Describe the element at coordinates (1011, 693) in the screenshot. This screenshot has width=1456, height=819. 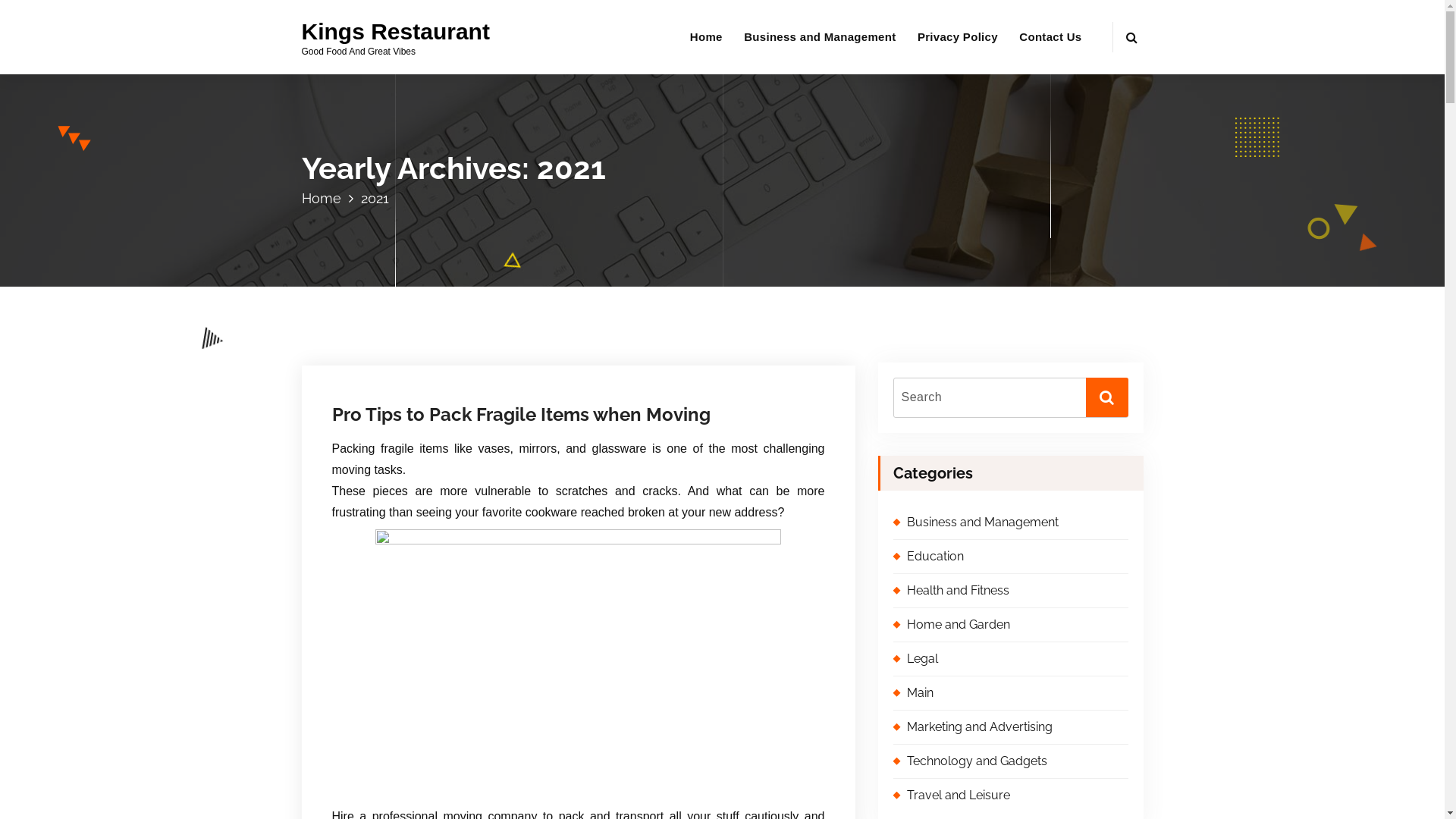
I see `'Main'` at that location.